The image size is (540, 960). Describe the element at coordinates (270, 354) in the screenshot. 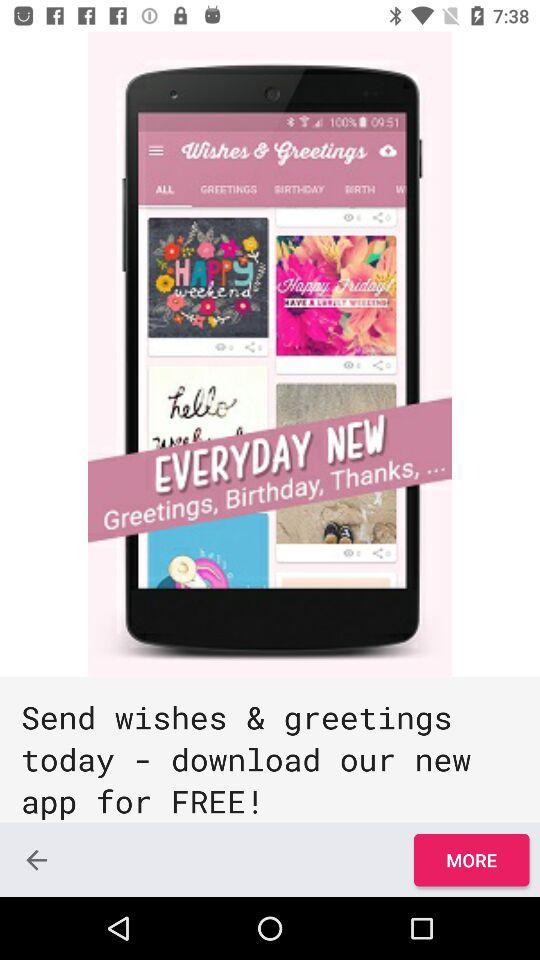

I see `wireless cellular device` at that location.